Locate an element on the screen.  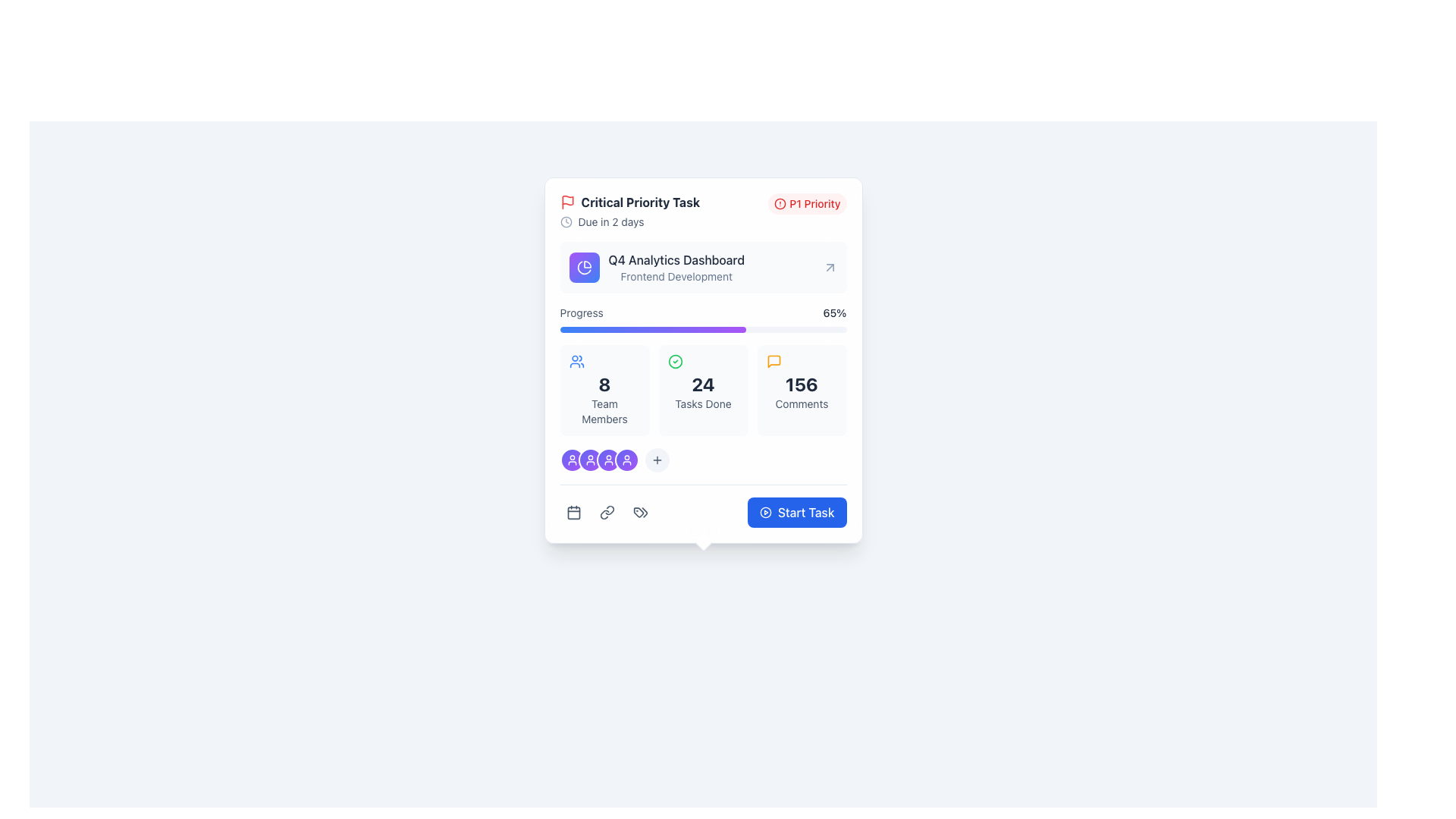
the critical priority status icon located in the top-left corner of the task detail card, adjacent to the 'Critical Priority Task' title is located at coordinates (566, 199).